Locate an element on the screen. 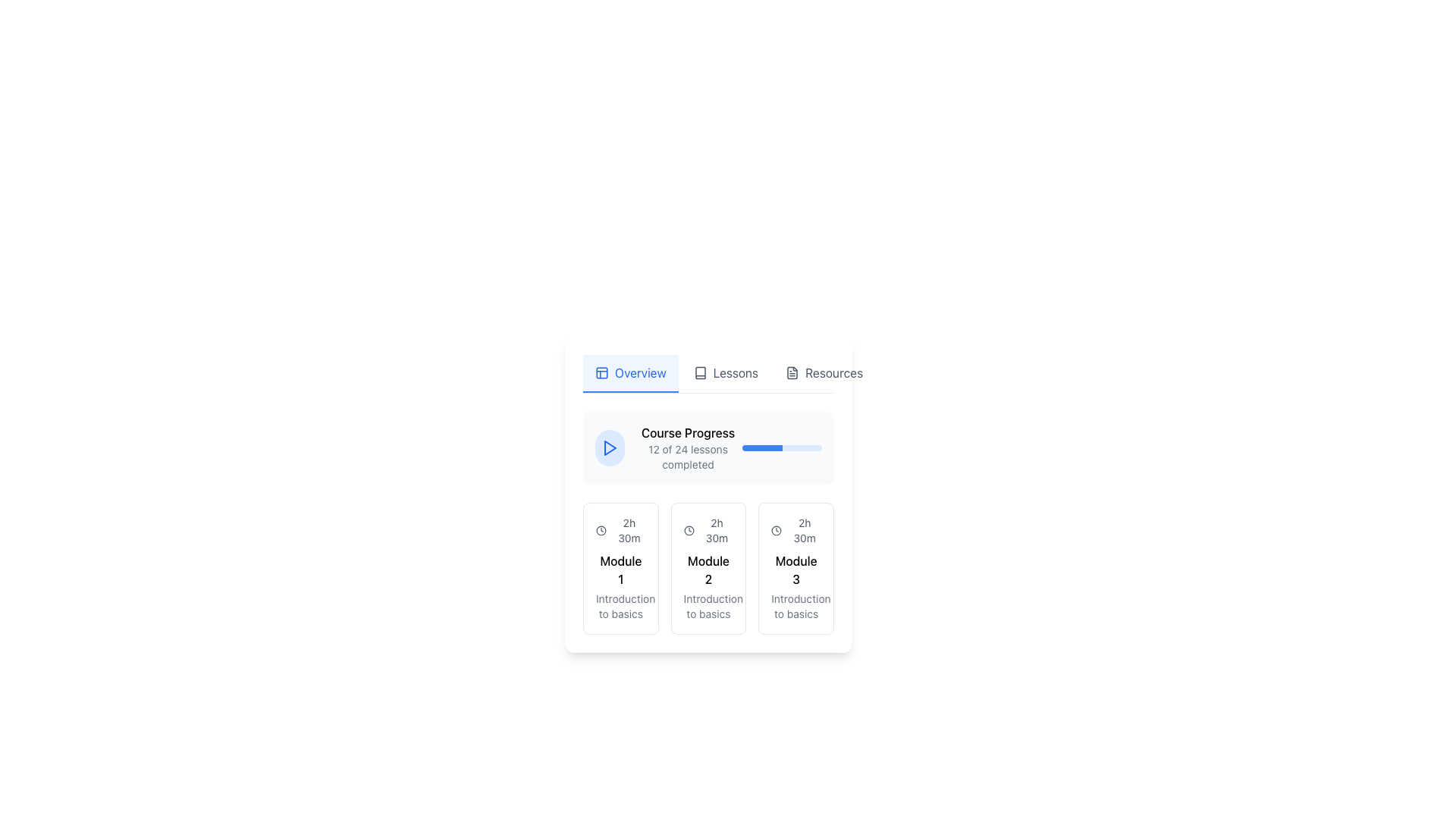 Image resolution: width=1456 pixels, height=819 pixels. the small circular clock icon located in the upper left corner of the text block displaying '2h 30m', situated above the 'Module 2' card is located at coordinates (688, 529).